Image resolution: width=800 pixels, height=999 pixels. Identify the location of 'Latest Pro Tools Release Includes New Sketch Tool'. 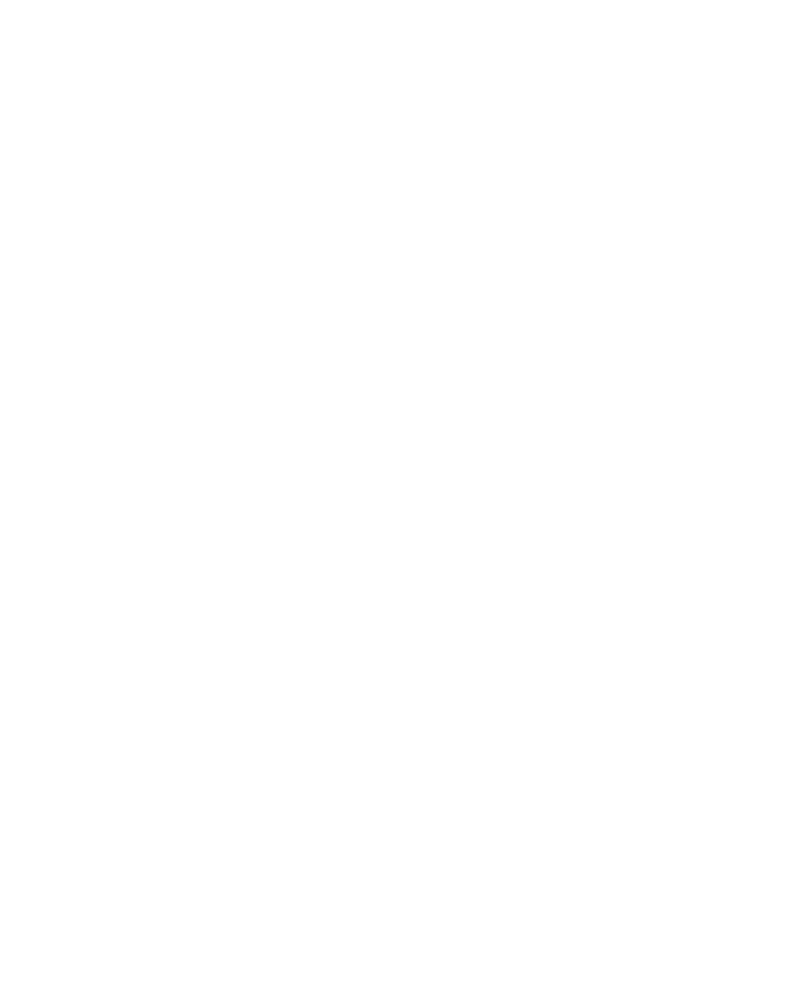
(331, 958).